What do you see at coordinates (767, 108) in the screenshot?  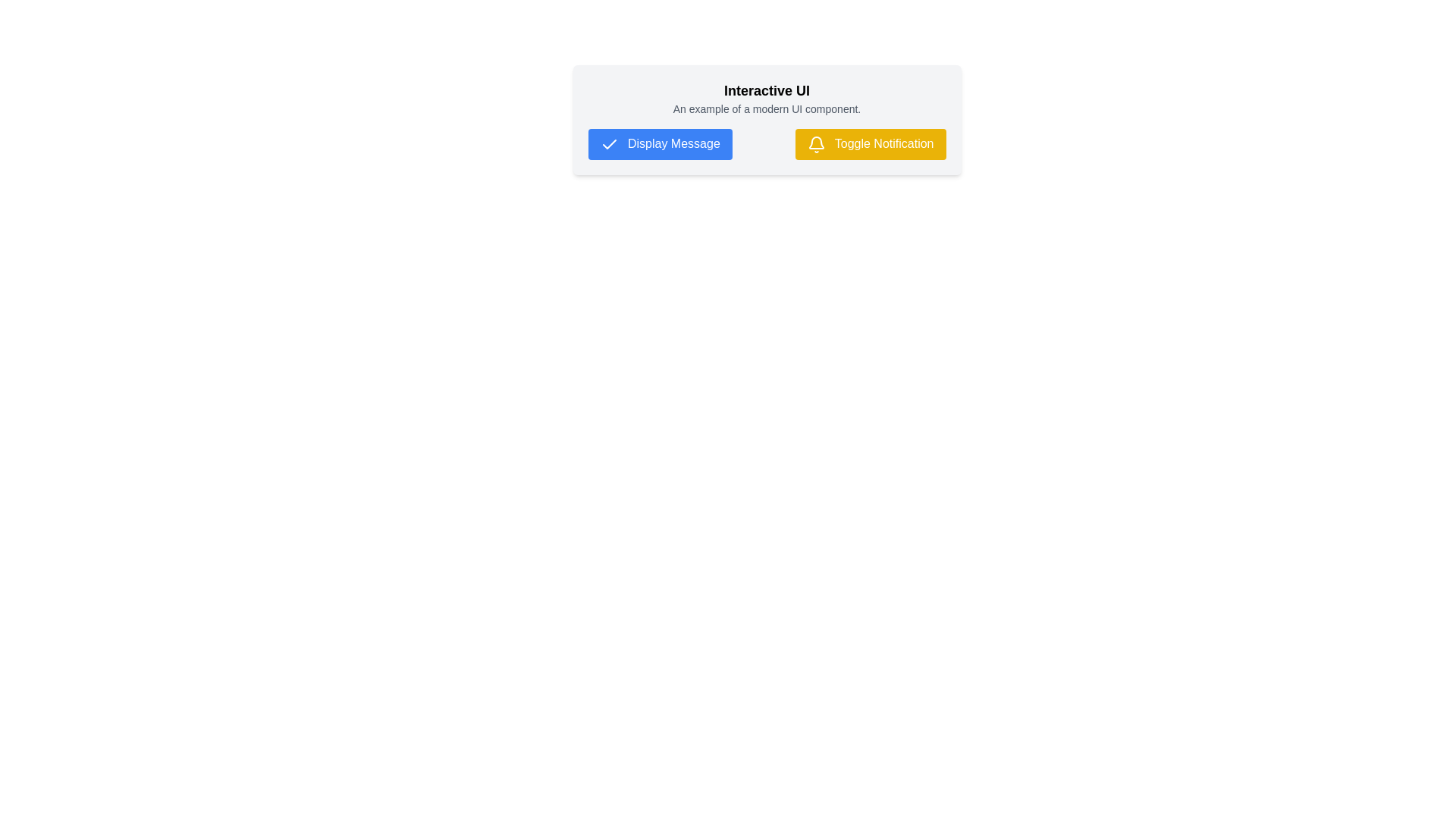 I see `the text block displaying 'An example of a modern UI component.' which is located under the header 'Interactive UI' within a white card-like section` at bounding box center [767, 108].